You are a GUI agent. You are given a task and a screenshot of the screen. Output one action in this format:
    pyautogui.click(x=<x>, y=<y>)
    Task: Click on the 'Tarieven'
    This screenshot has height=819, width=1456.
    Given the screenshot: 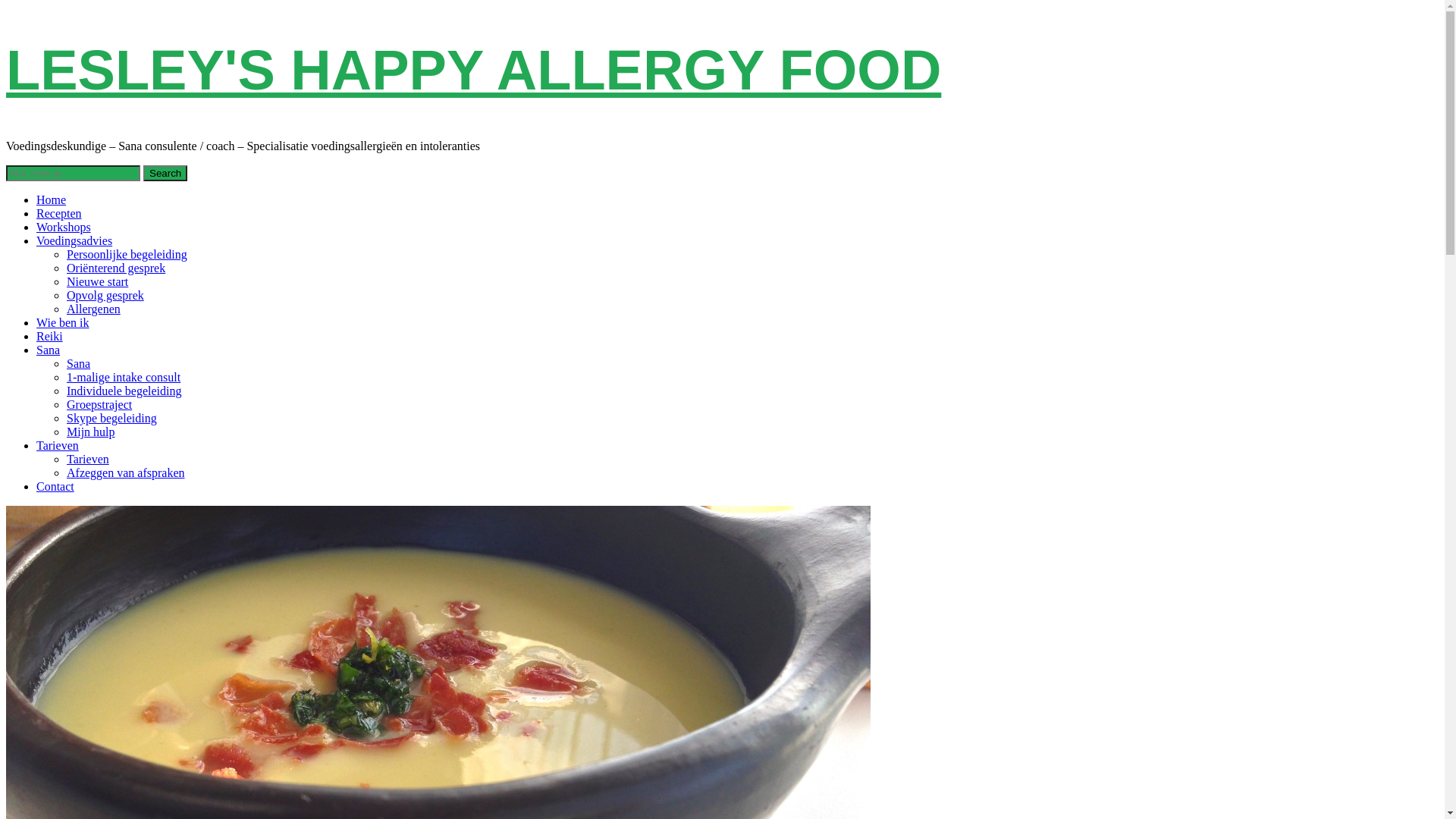 What is the action you would take?
    pyautogui.click(x=36, y=444)
    